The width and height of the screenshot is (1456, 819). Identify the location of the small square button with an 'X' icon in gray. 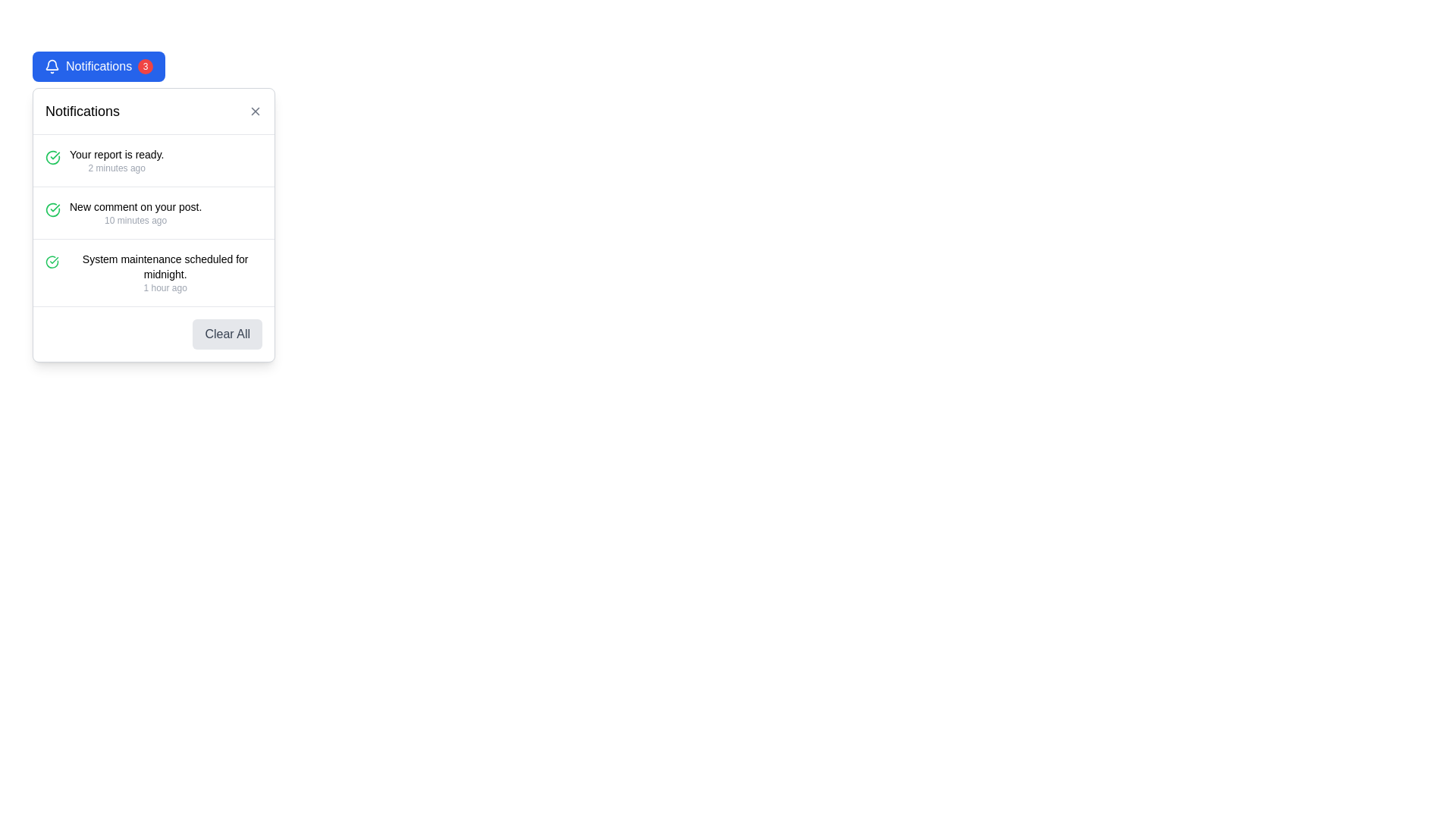
(255, 110).